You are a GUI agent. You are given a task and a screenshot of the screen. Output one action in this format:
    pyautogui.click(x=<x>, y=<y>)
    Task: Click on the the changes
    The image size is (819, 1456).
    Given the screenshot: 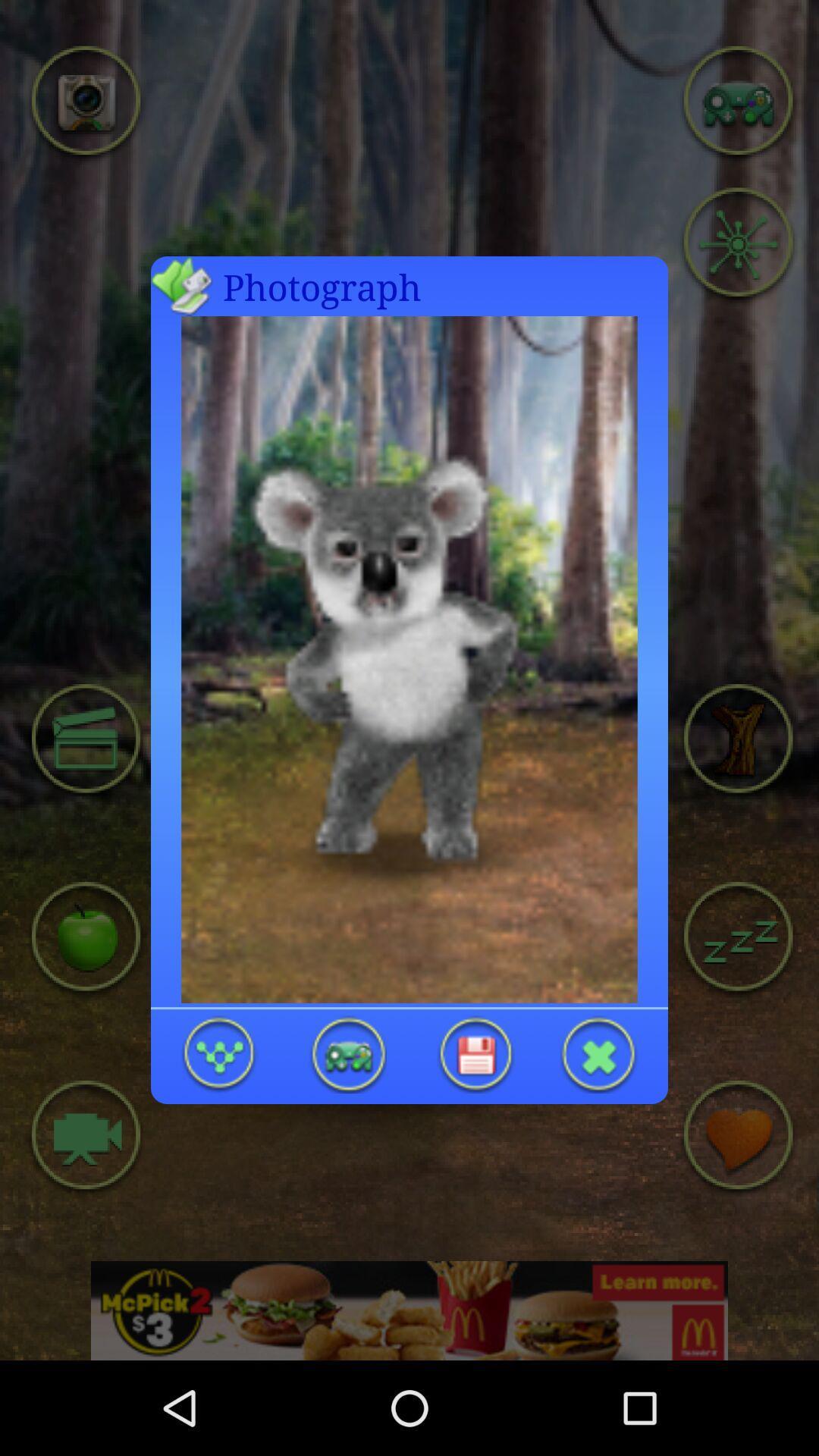 What is the action you would take?
    pyautogui.click(x=475, y=1053)
    